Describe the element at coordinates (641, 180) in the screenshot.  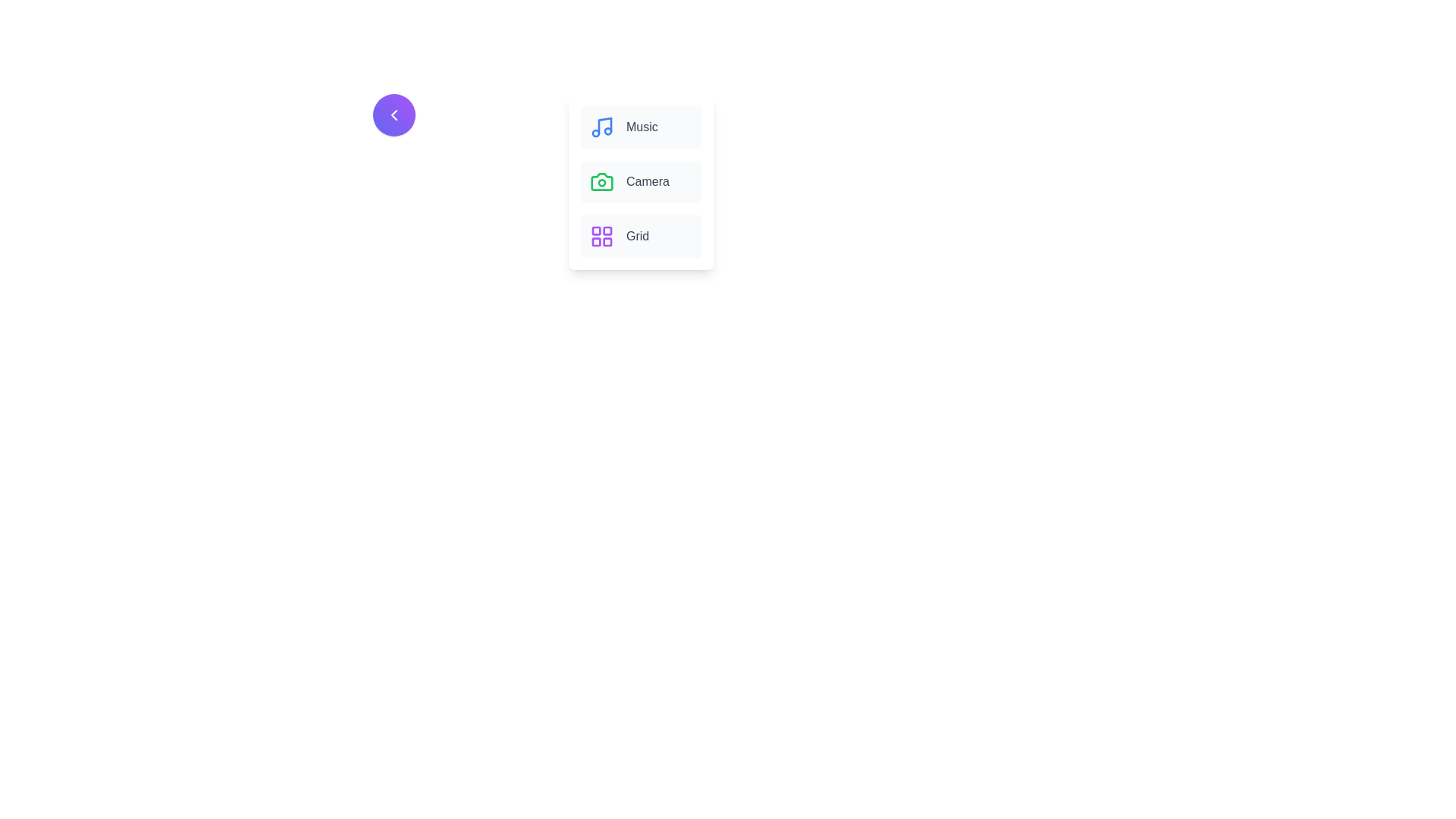
I see `the menu item labeled Camera to see its hover effect` at that location.